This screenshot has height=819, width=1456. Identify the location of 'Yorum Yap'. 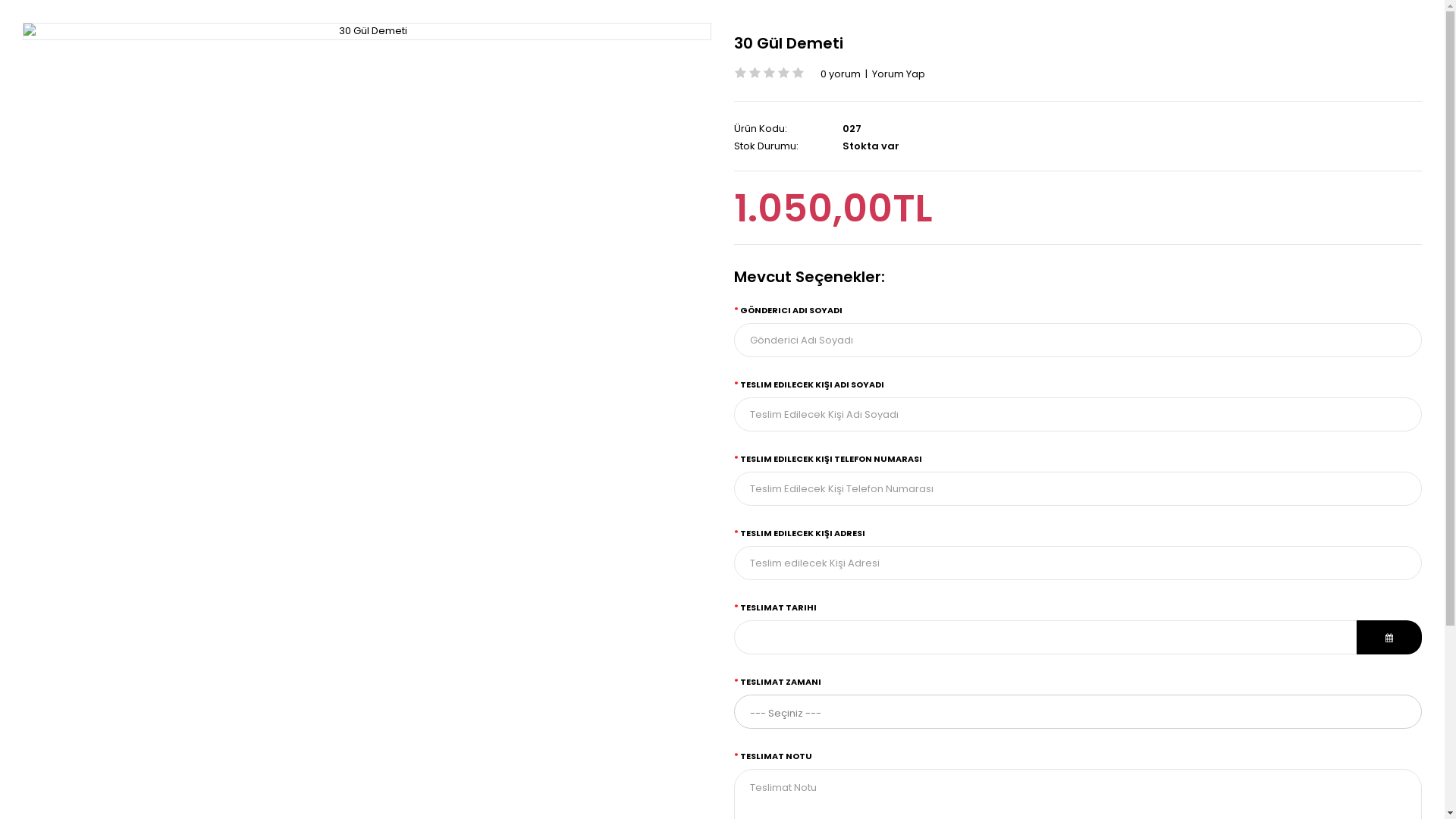
(899, 74).